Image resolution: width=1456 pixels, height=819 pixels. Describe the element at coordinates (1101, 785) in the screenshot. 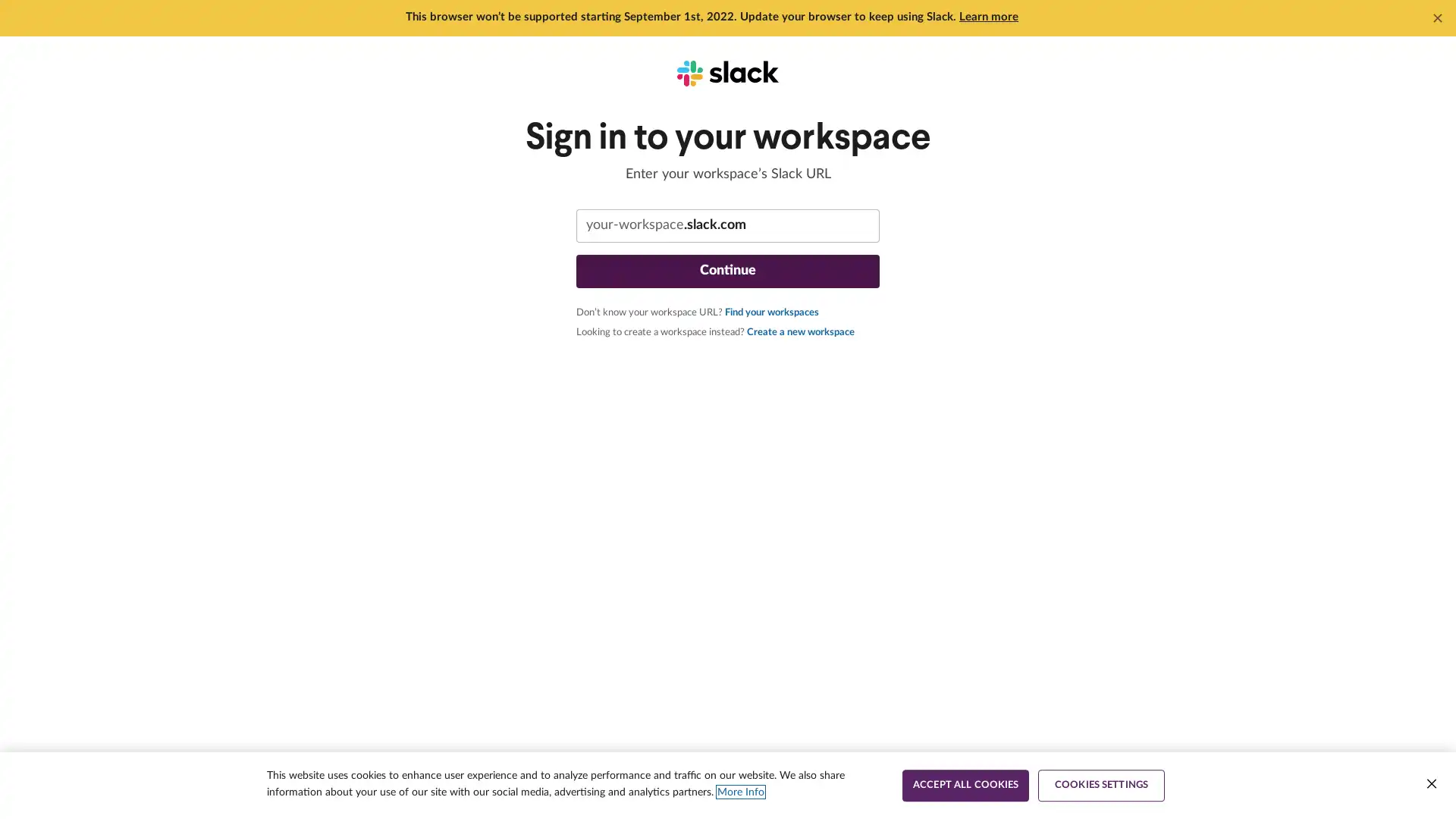

I see `COOKIES SETTINGS` at that location.